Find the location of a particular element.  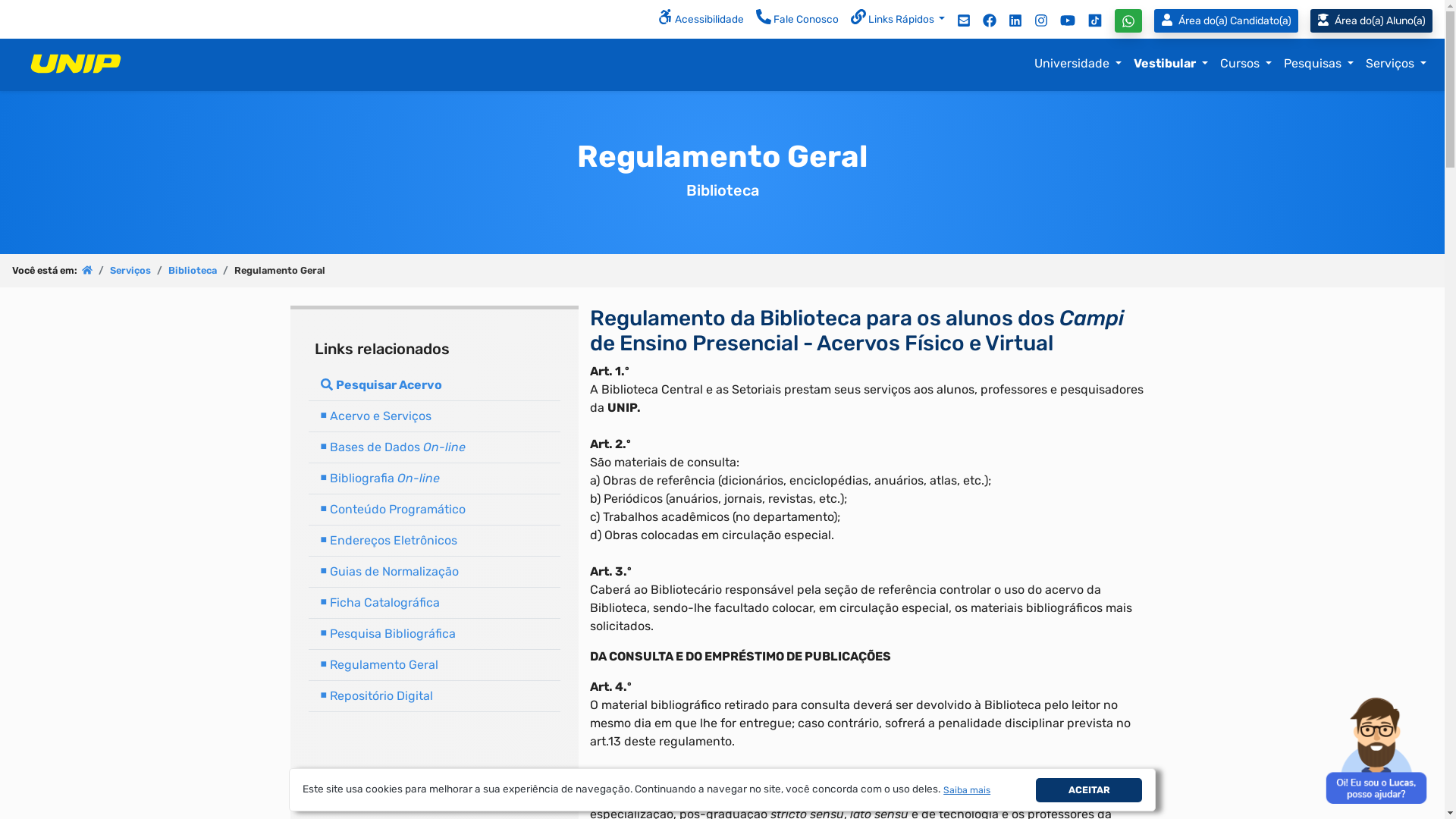

'Biblioteca' is located at coordinates (168, 269).